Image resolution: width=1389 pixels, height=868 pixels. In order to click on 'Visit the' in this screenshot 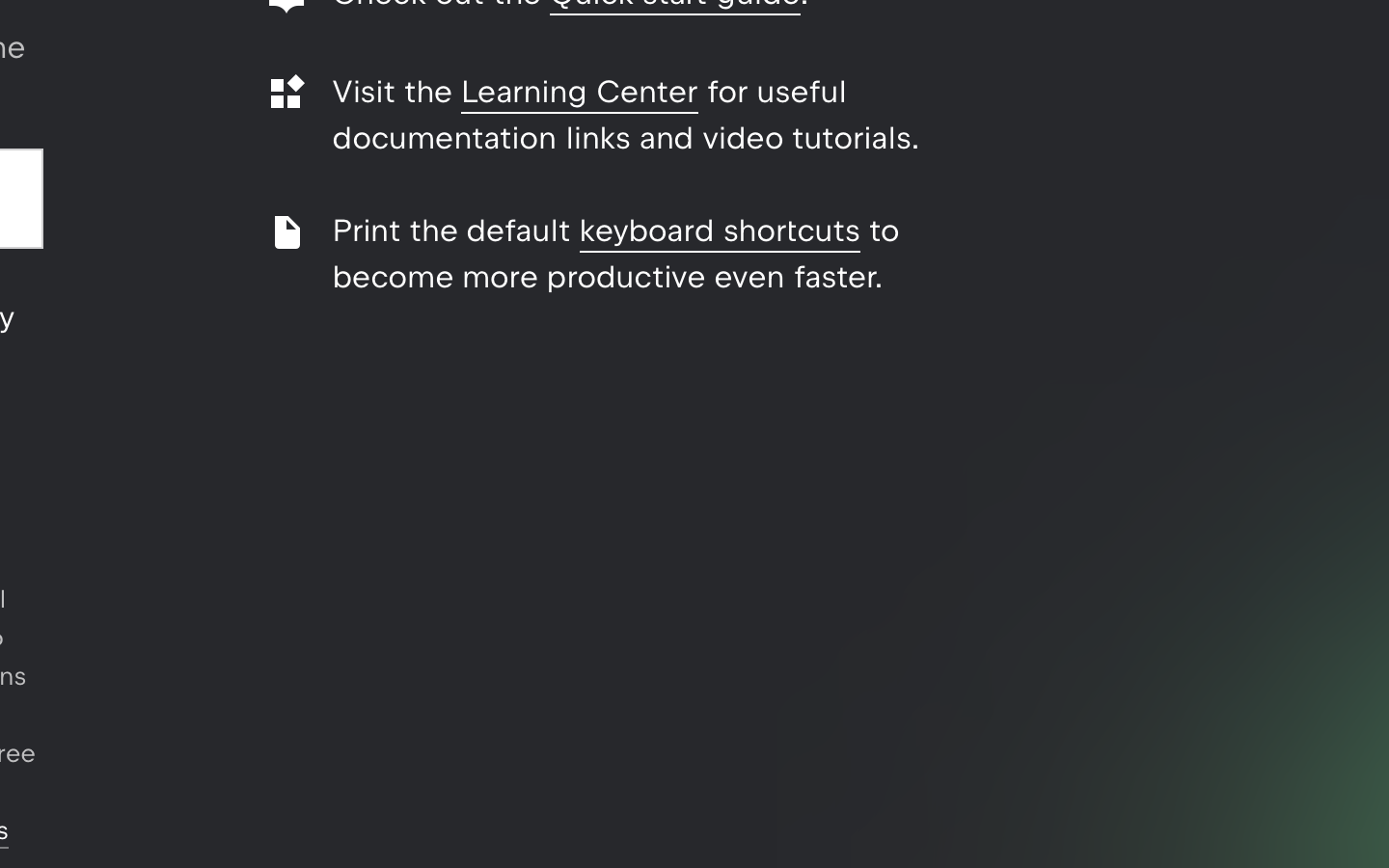, I will do `click(395, 91)`.